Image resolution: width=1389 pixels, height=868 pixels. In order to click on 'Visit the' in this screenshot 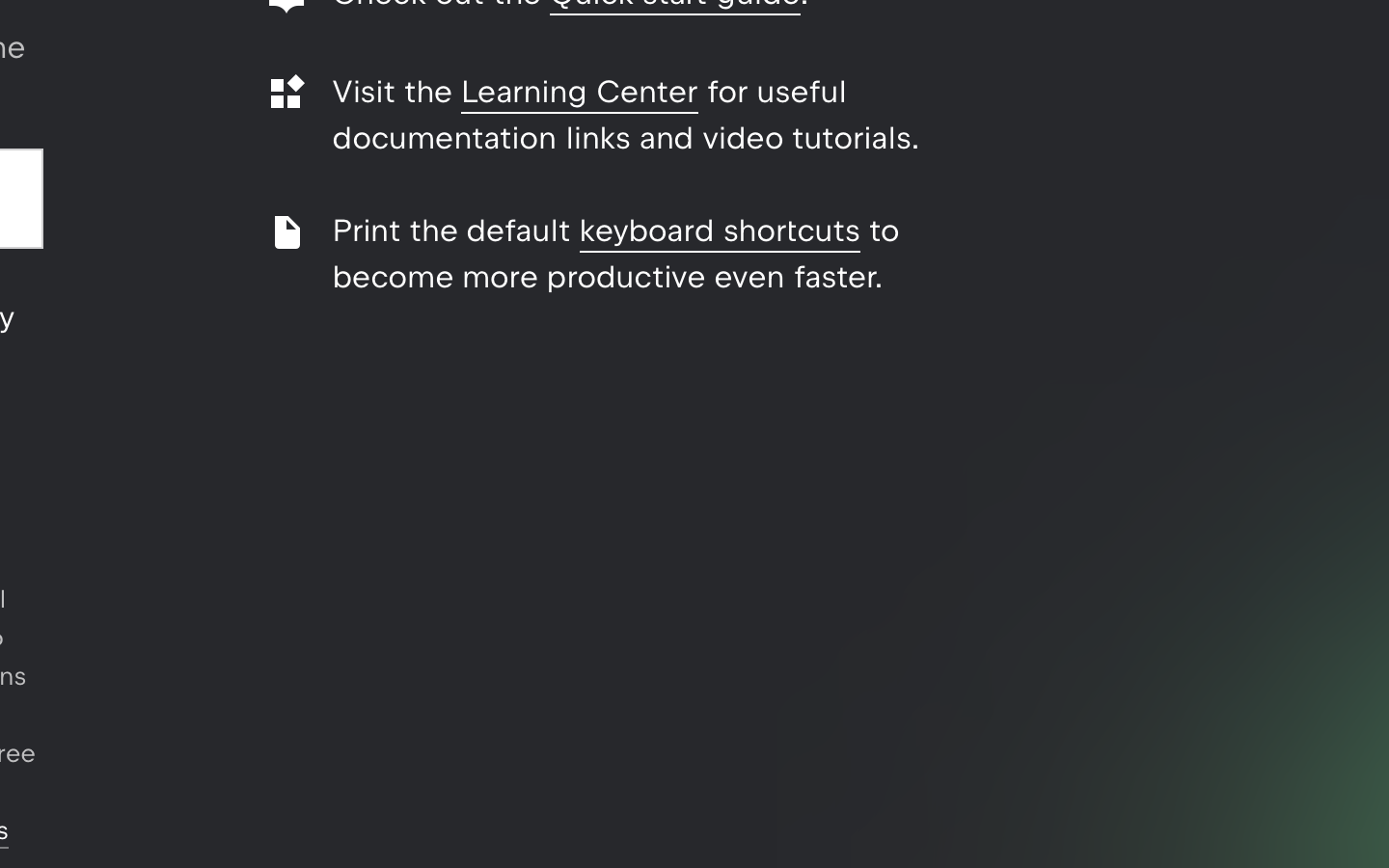, I will do `click(395, 91)`.